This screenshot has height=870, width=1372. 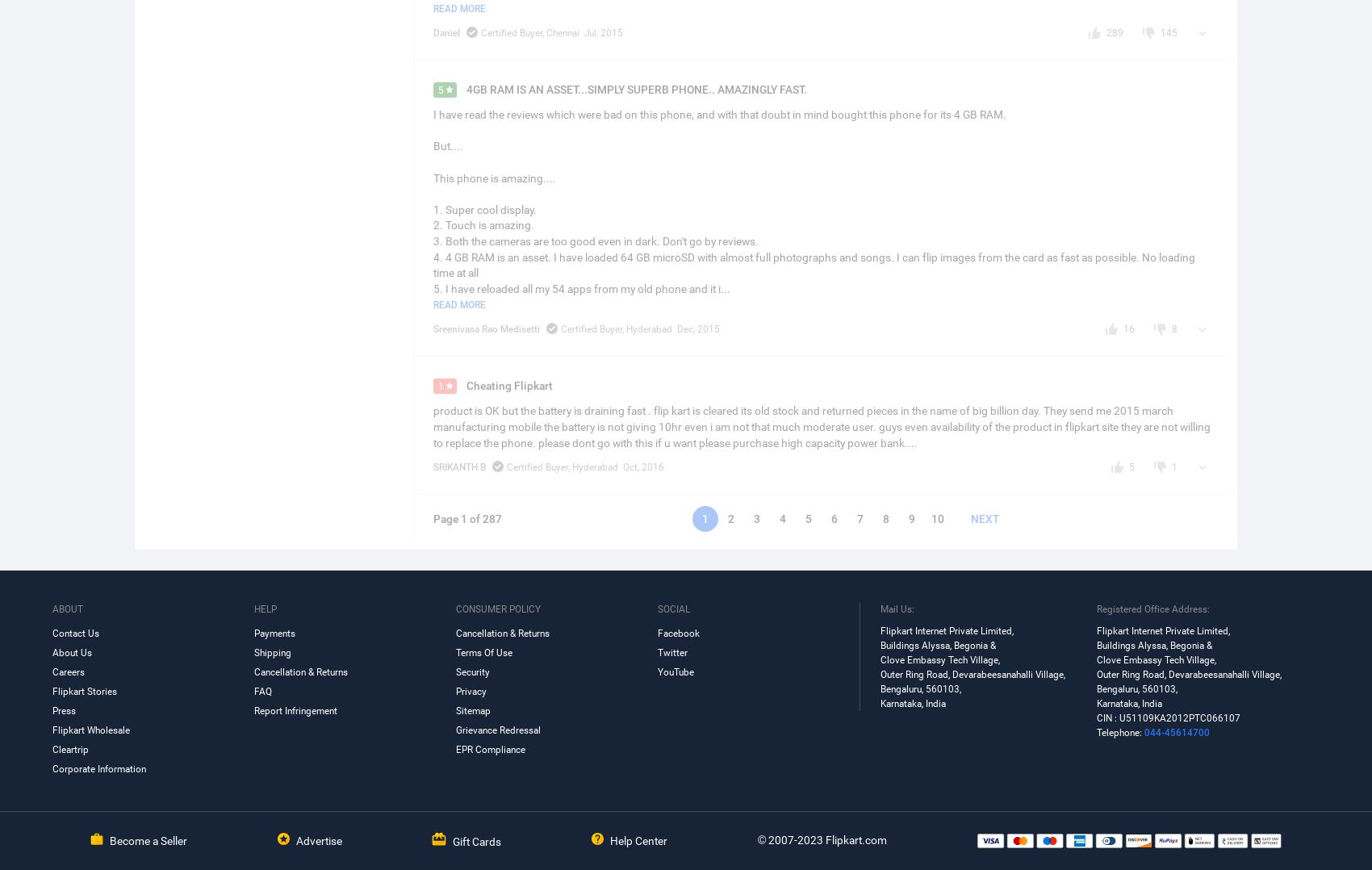 What do you see at coordinates (69, 671) in the screenshot?
I see `'Careers'` at bounding box center [69, 671].